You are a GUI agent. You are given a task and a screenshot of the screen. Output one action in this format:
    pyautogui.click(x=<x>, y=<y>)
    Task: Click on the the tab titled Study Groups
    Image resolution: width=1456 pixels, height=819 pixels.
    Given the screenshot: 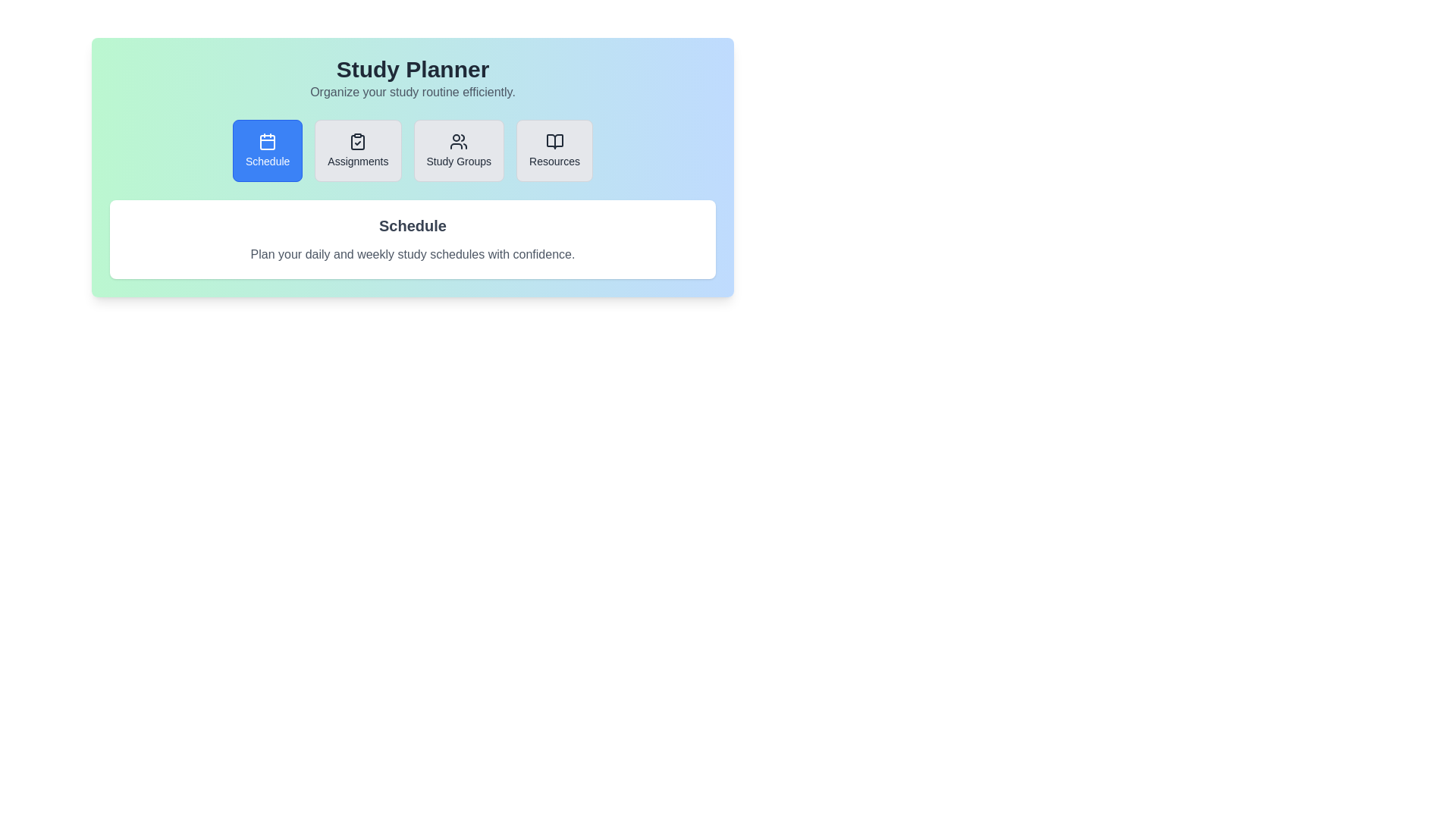 What is the action you would take?
    pyautogui.click(x=457, y=151)
    